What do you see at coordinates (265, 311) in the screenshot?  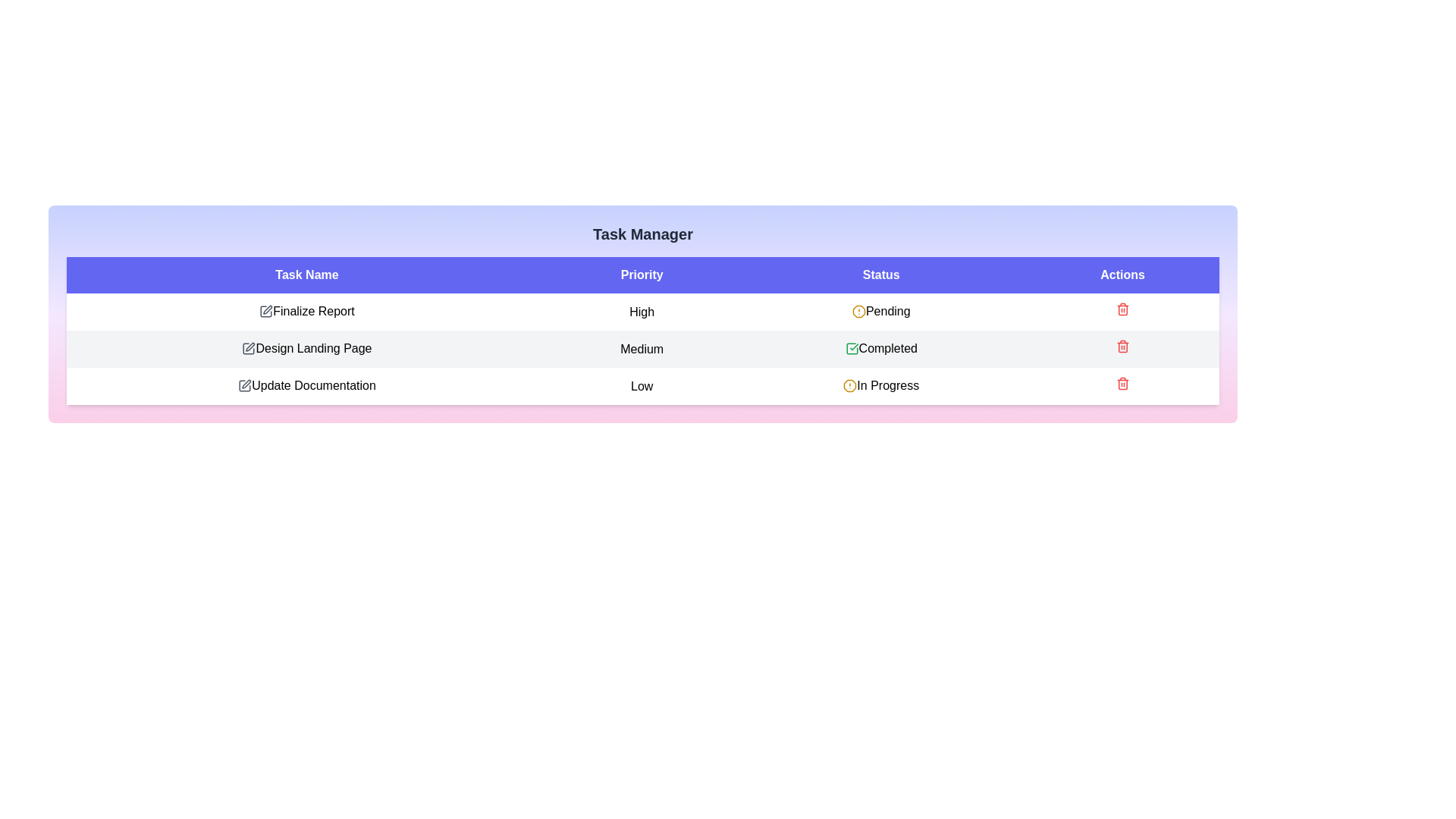 I see `the edit icon for the task named Finalize Report` at bounding box center [265, 311].